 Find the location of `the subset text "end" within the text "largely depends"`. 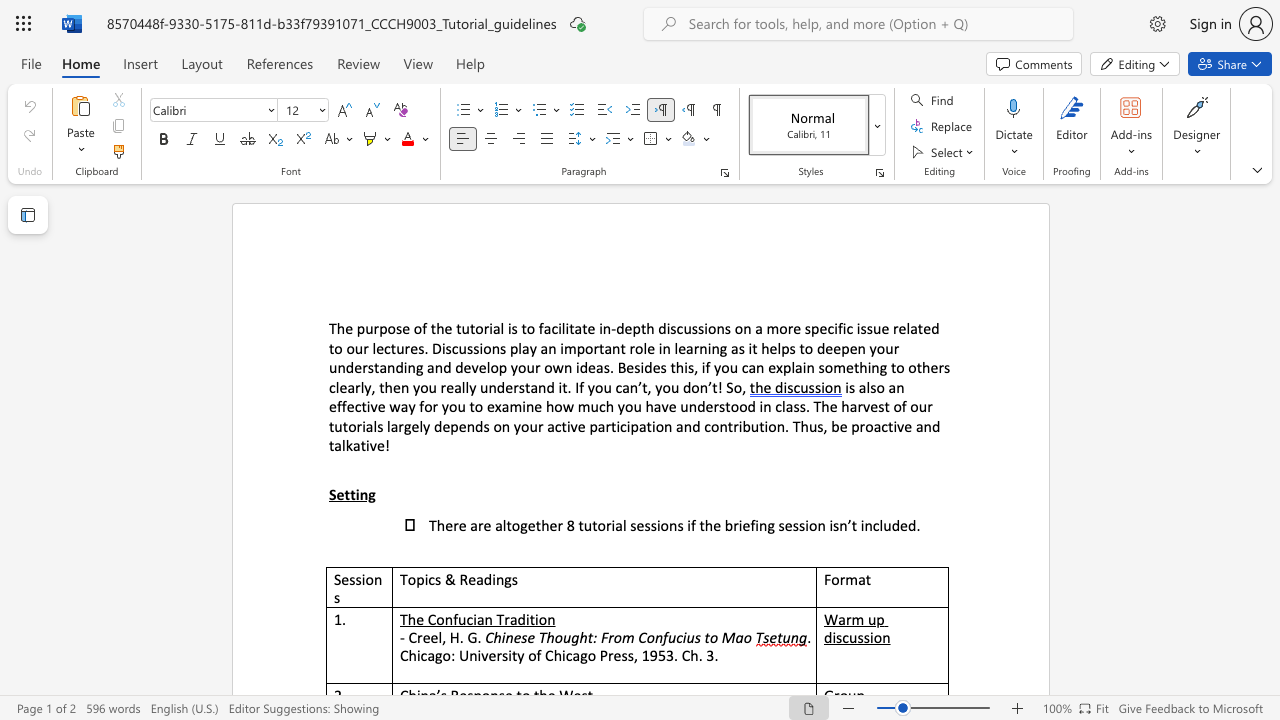

the subset text "end" within the text "largely depends" is located at coordinates (457, 425).